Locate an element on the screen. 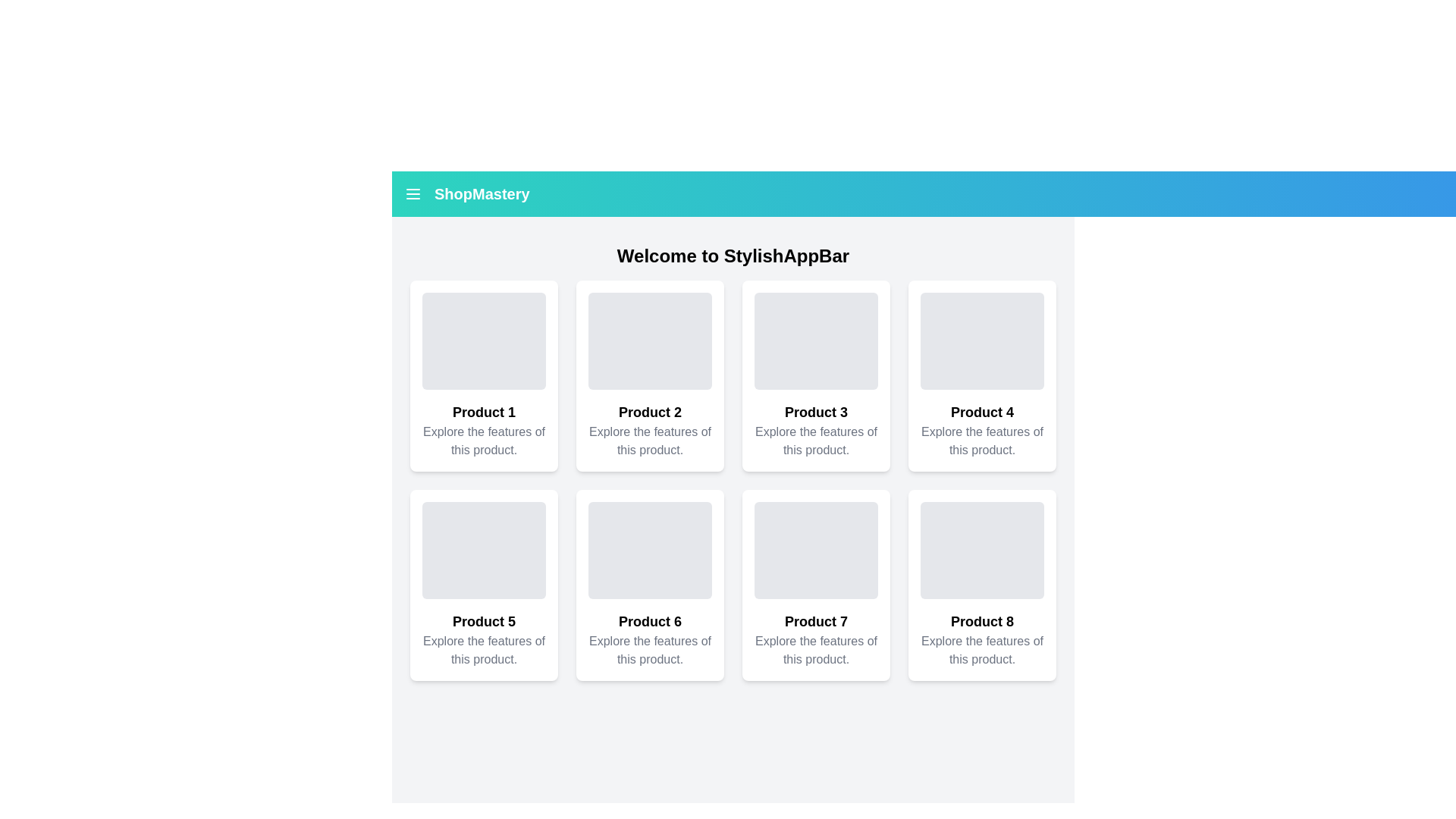 This screenshot has width=1456, height=819. displayed text from the 'Product 1' text label, which is prominently styled in a larger, bold font at the top of its card in the product listing section is located at coordinates (483, 412).